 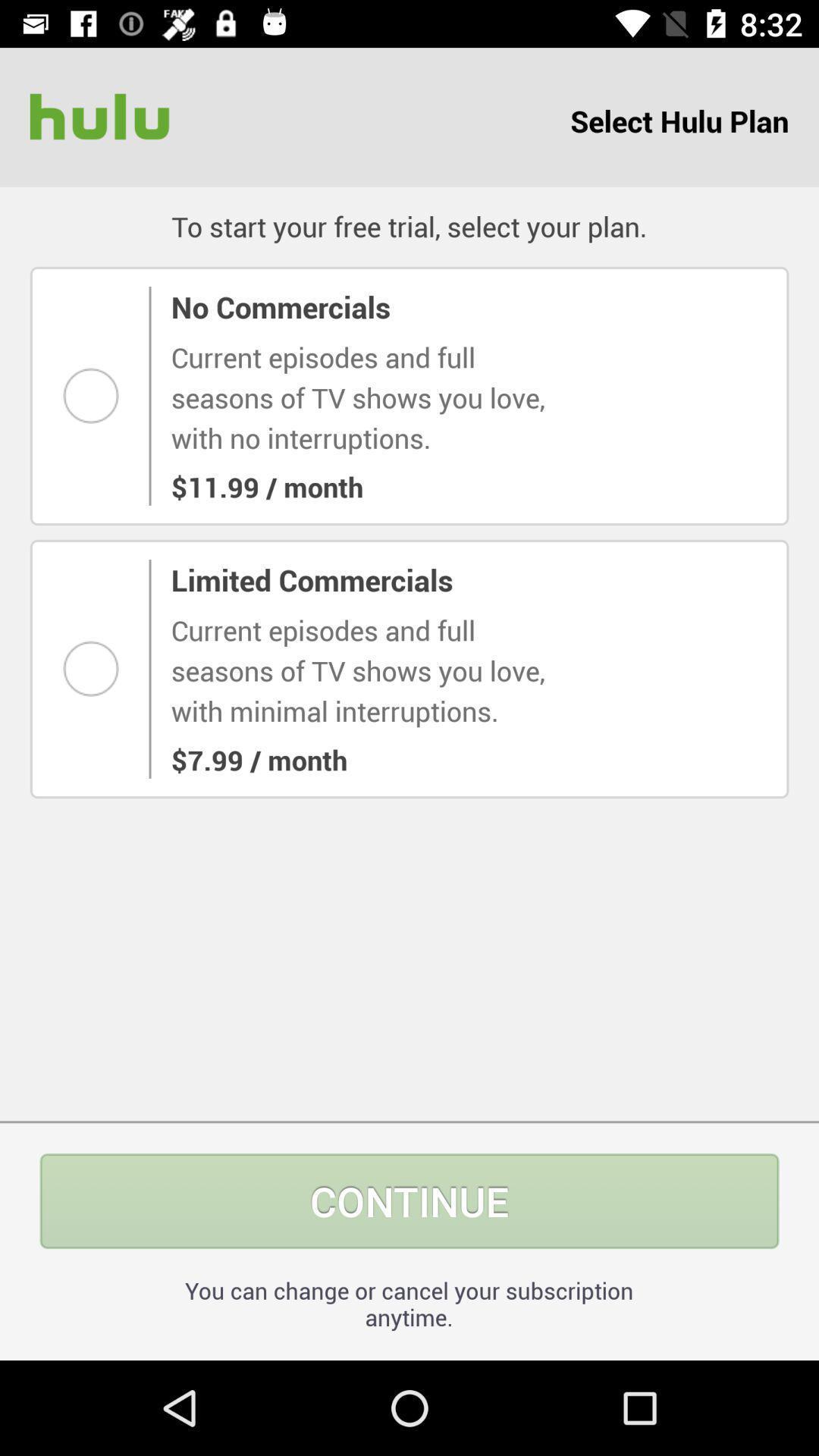 What do you see at coordinates (96, 668) in the screenshot?
I see `to select` at bounding box center [96, 668].